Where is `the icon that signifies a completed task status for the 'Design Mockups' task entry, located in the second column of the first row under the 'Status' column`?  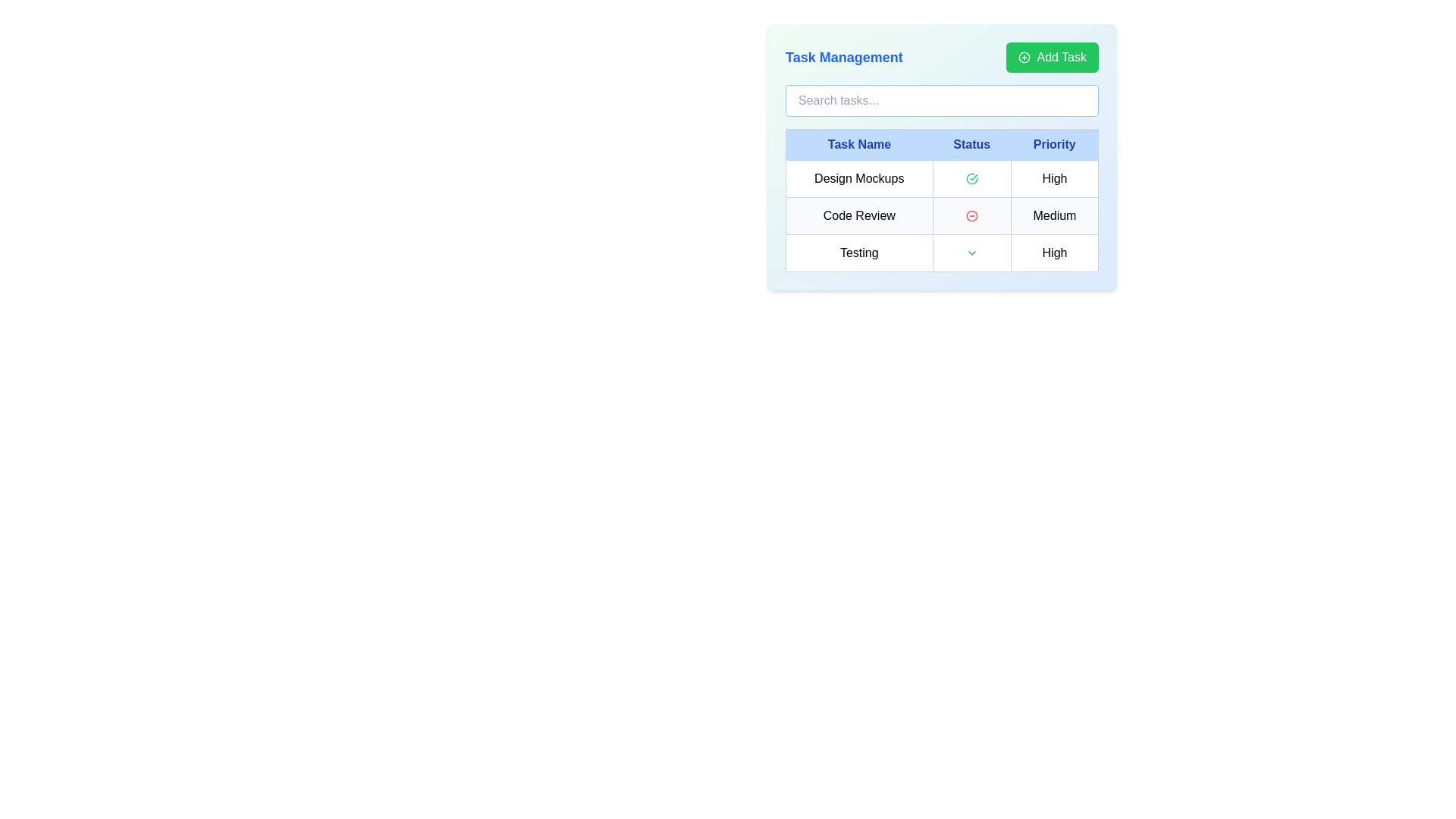
the icon that signifies a completed task status for the 'Design Mockups' task entry, located in the second column of the first row under the 'Status' column is located at coordinates (971, 177).